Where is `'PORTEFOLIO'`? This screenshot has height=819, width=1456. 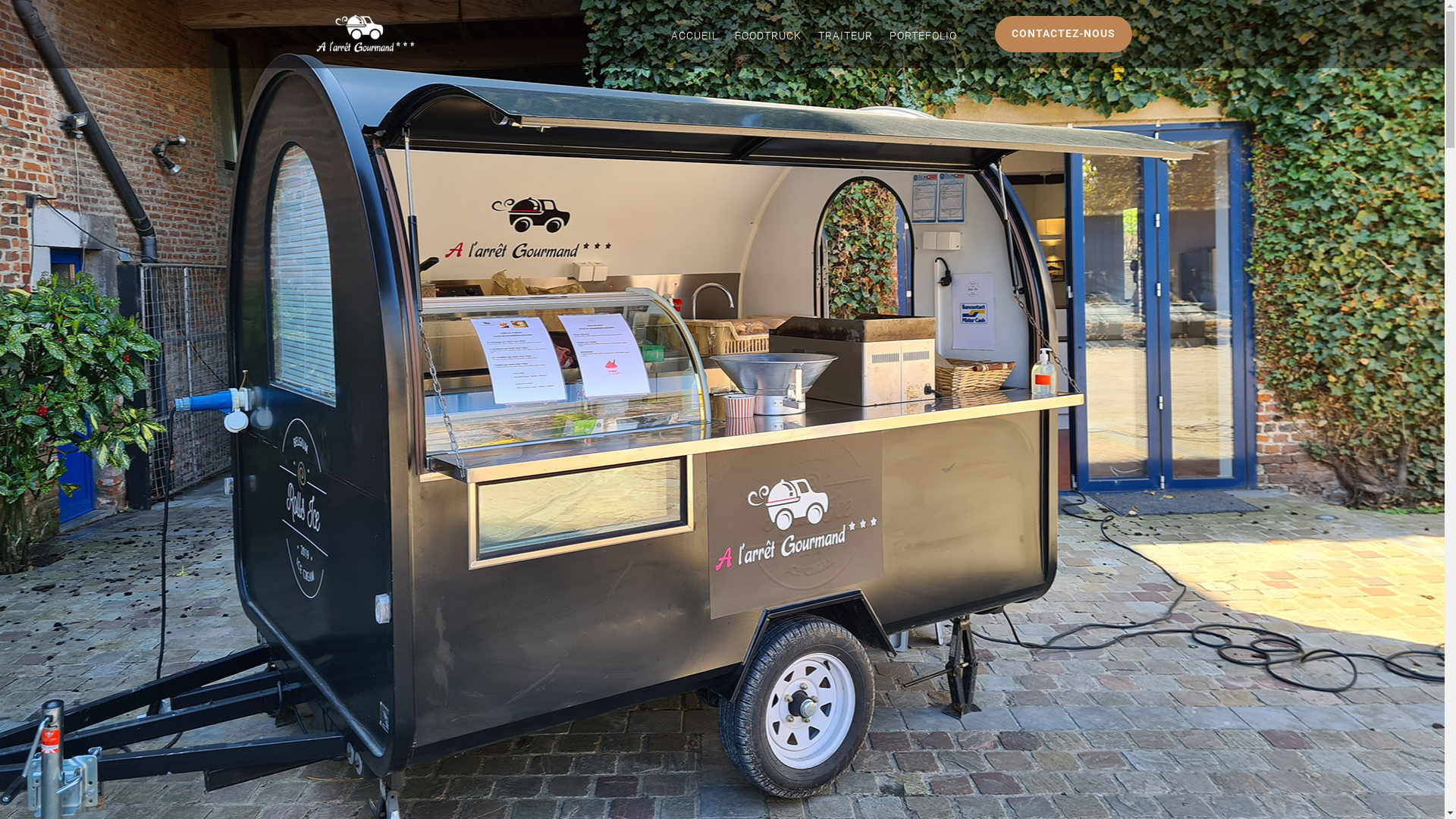 'PORTEFOLIO' is located at coordinates (921, 37).